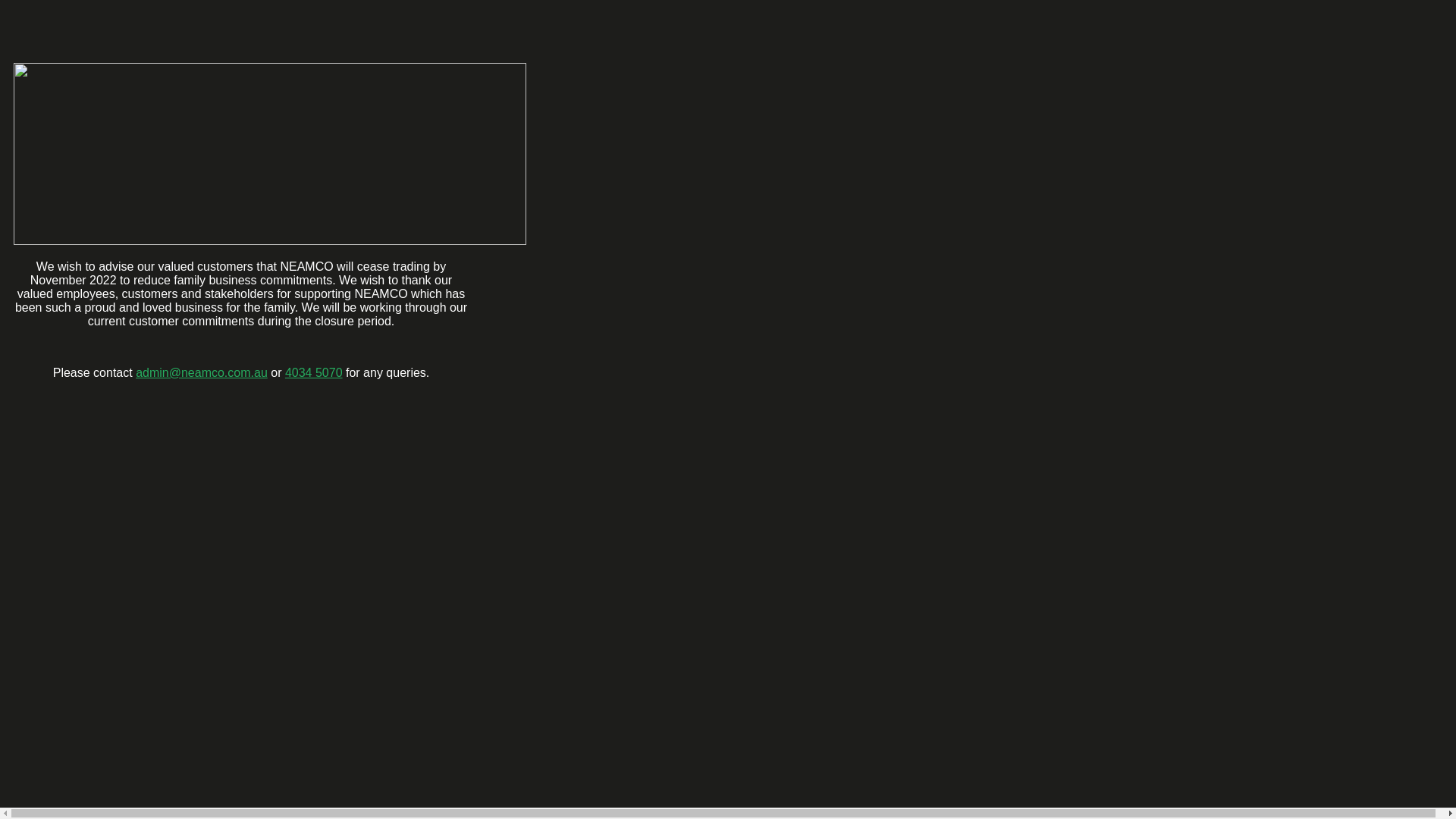 The height and width of the screenshot is (819, 1456). Describe the element at coordinates (312, 372) in the screenshot. I see `'4034 5070'` at that location.